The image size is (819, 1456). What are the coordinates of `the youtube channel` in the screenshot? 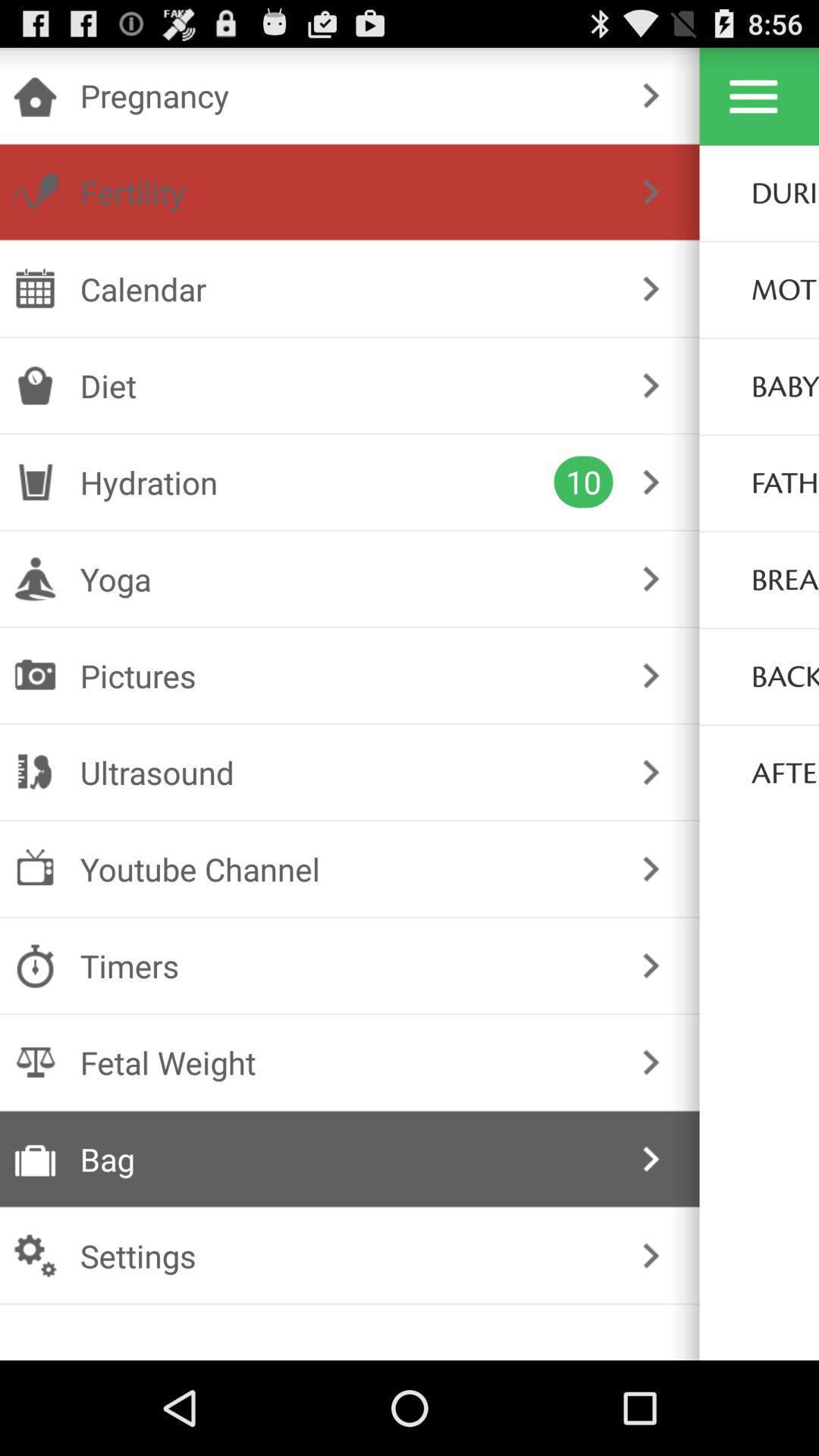 It's located at (347, 869).